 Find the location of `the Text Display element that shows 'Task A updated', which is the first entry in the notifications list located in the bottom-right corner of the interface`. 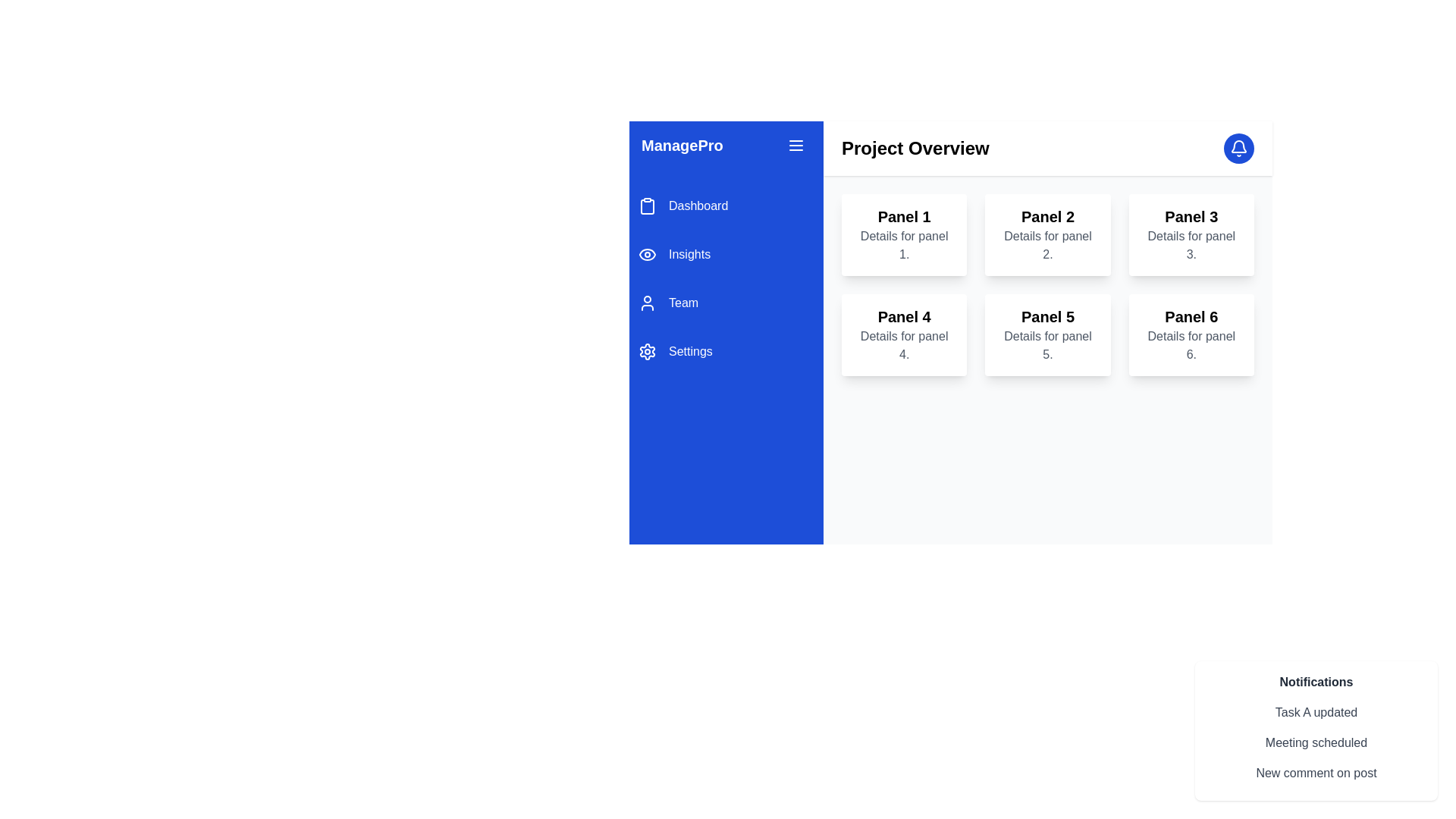

the Text Display element that shows 'Task A updated', which is the first entry in the notifications list located in the bottom-right corner of the interface is located at coordinates (1316, 713).